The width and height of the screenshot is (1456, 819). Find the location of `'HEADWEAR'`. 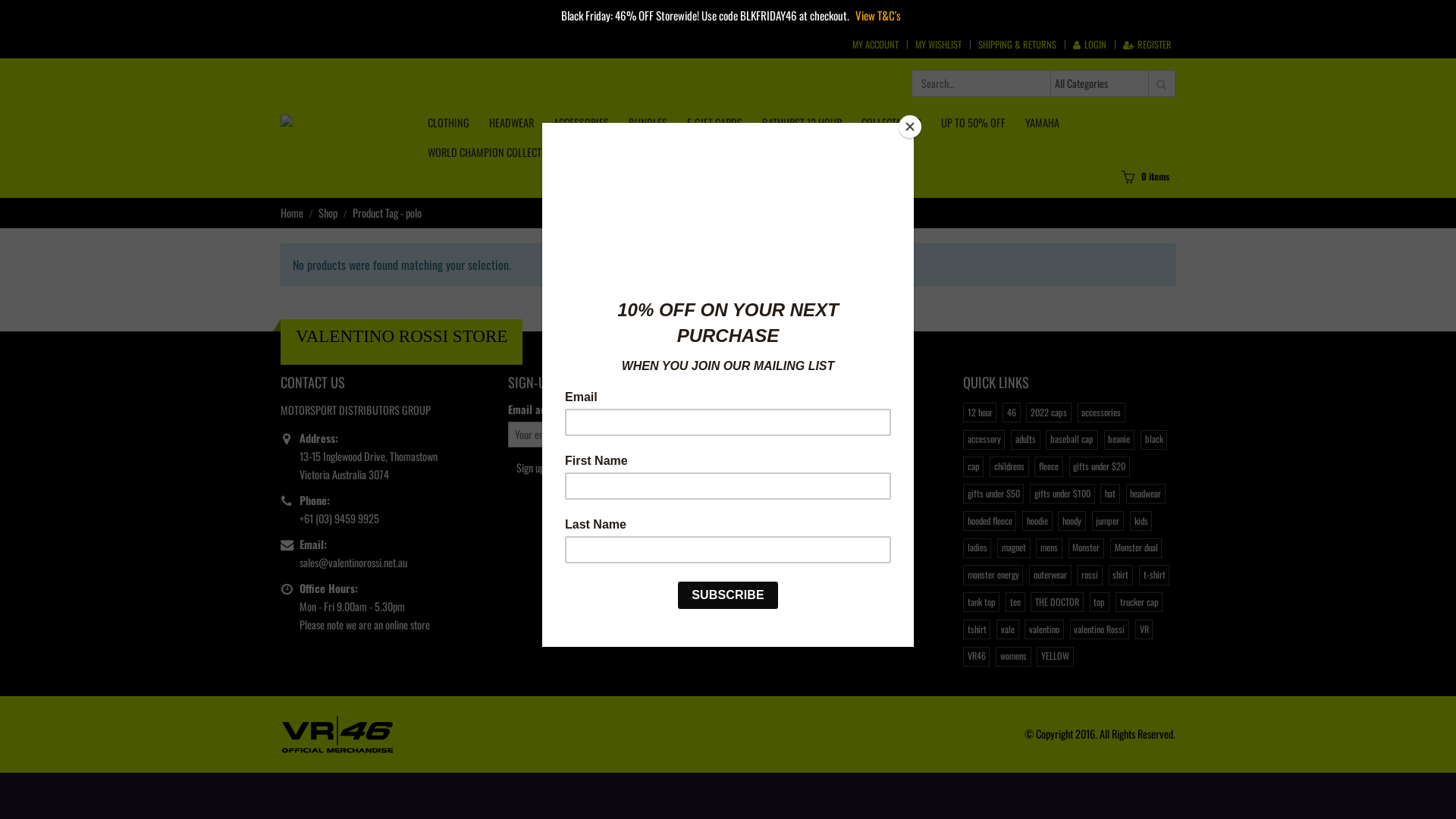

'HEADWEAR' is located at coordinates (479, 121).